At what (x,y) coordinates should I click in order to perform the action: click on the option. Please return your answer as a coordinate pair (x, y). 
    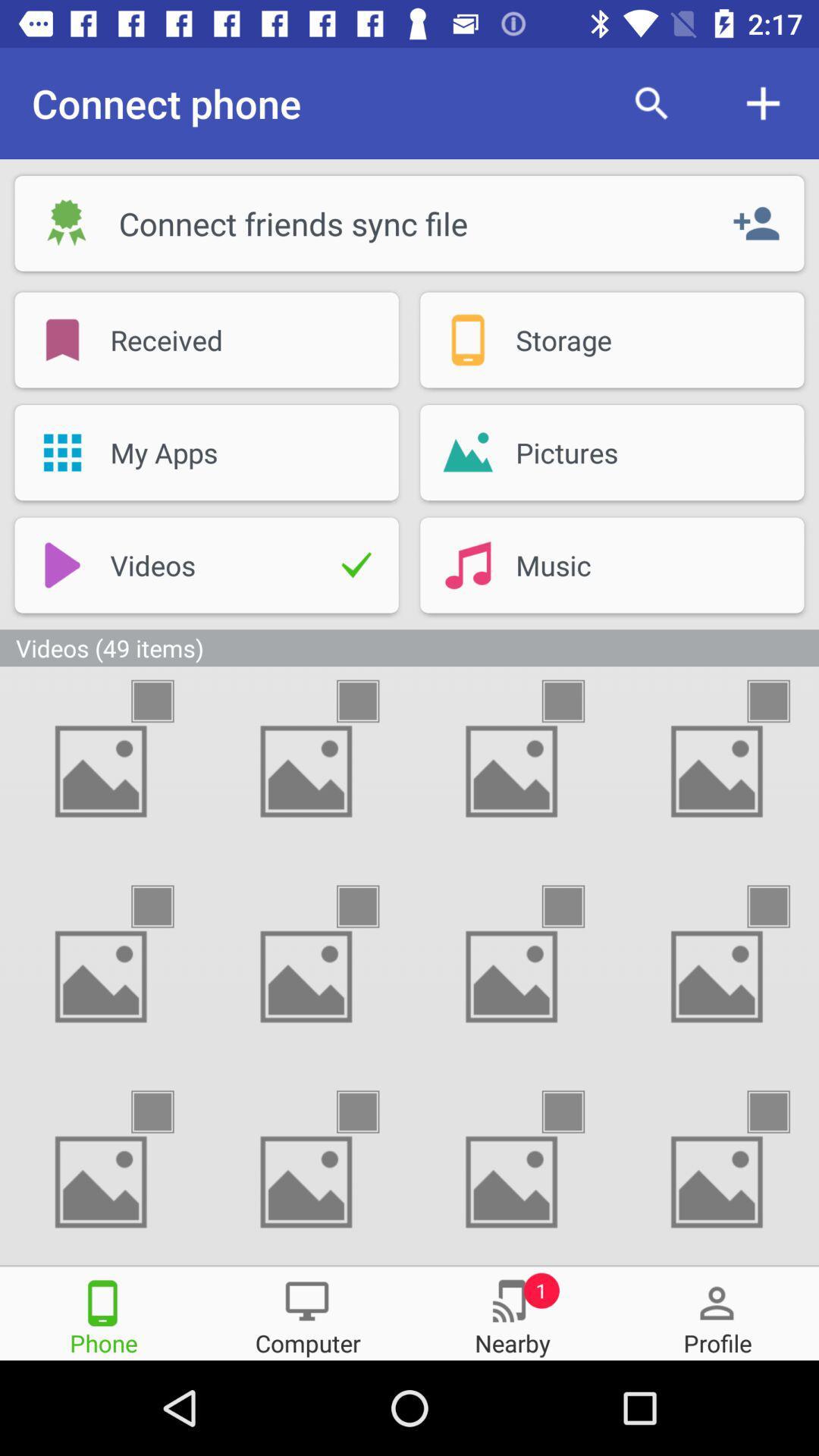
    Looking at the image, I should click on (576, 906).